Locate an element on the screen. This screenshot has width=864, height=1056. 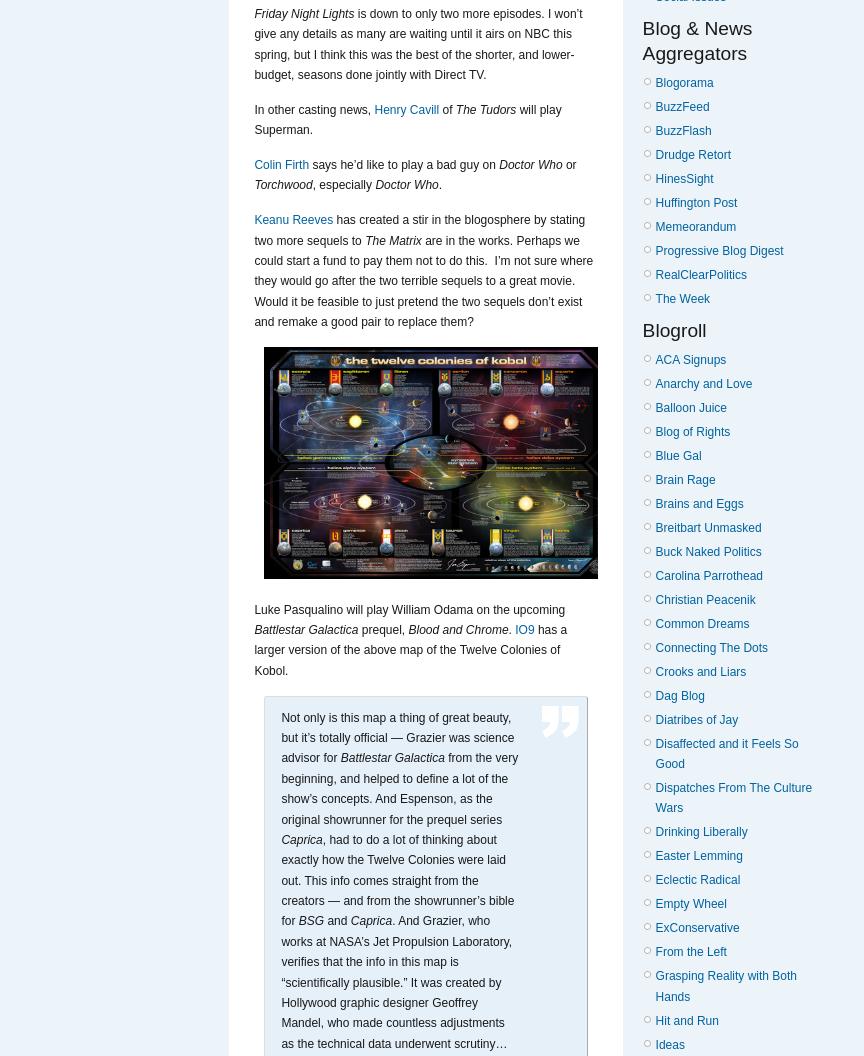
'ACA Signups' is located at coordinates (690, 358).